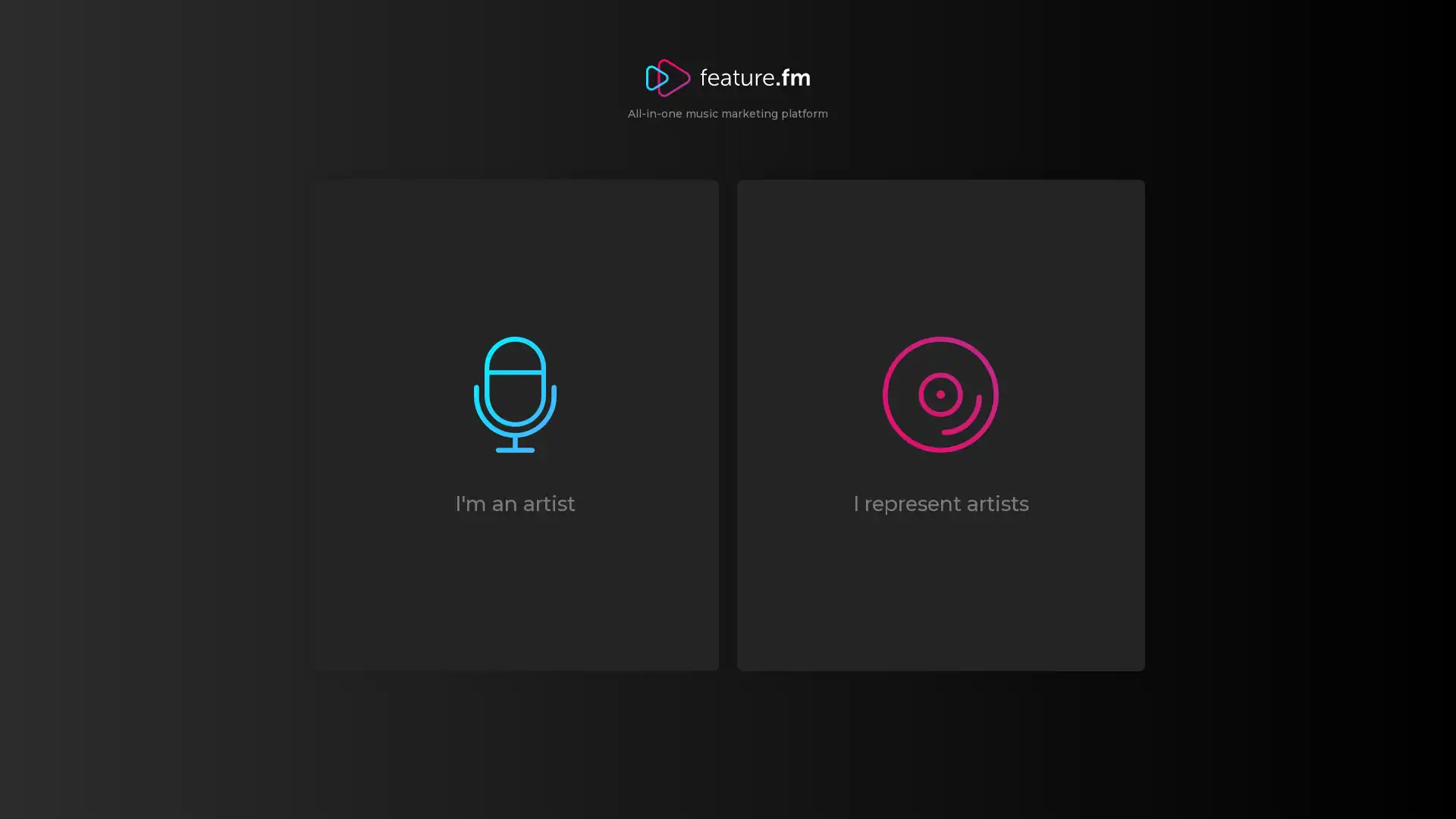  I want to click on I'm an artist, so click(514, 425).